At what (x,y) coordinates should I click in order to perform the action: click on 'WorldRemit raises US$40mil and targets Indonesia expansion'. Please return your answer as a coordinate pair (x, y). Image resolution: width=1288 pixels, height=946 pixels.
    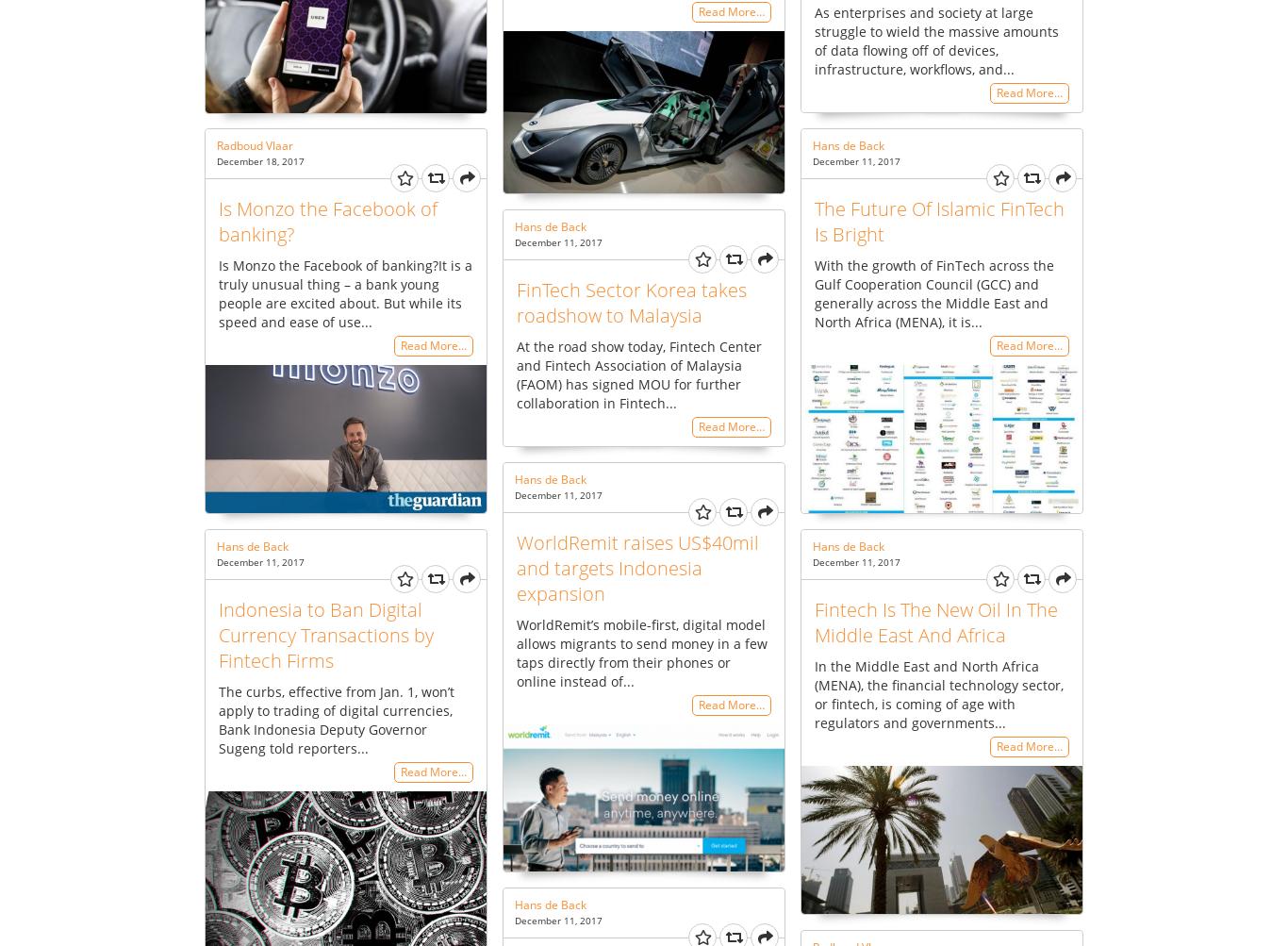
    Looking at the image, I should click on (636, 566).